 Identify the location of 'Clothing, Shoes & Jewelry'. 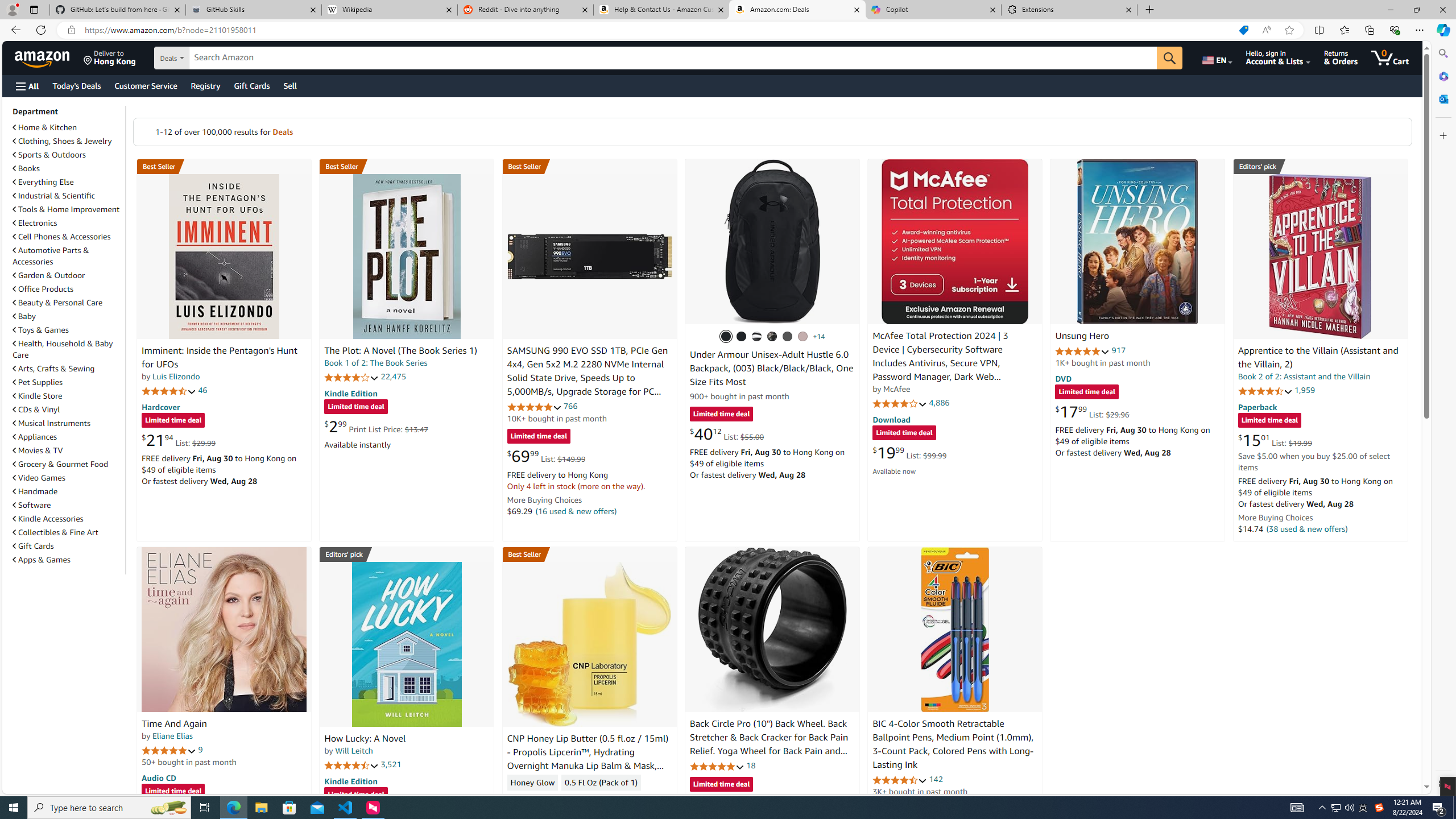
(63, 140).